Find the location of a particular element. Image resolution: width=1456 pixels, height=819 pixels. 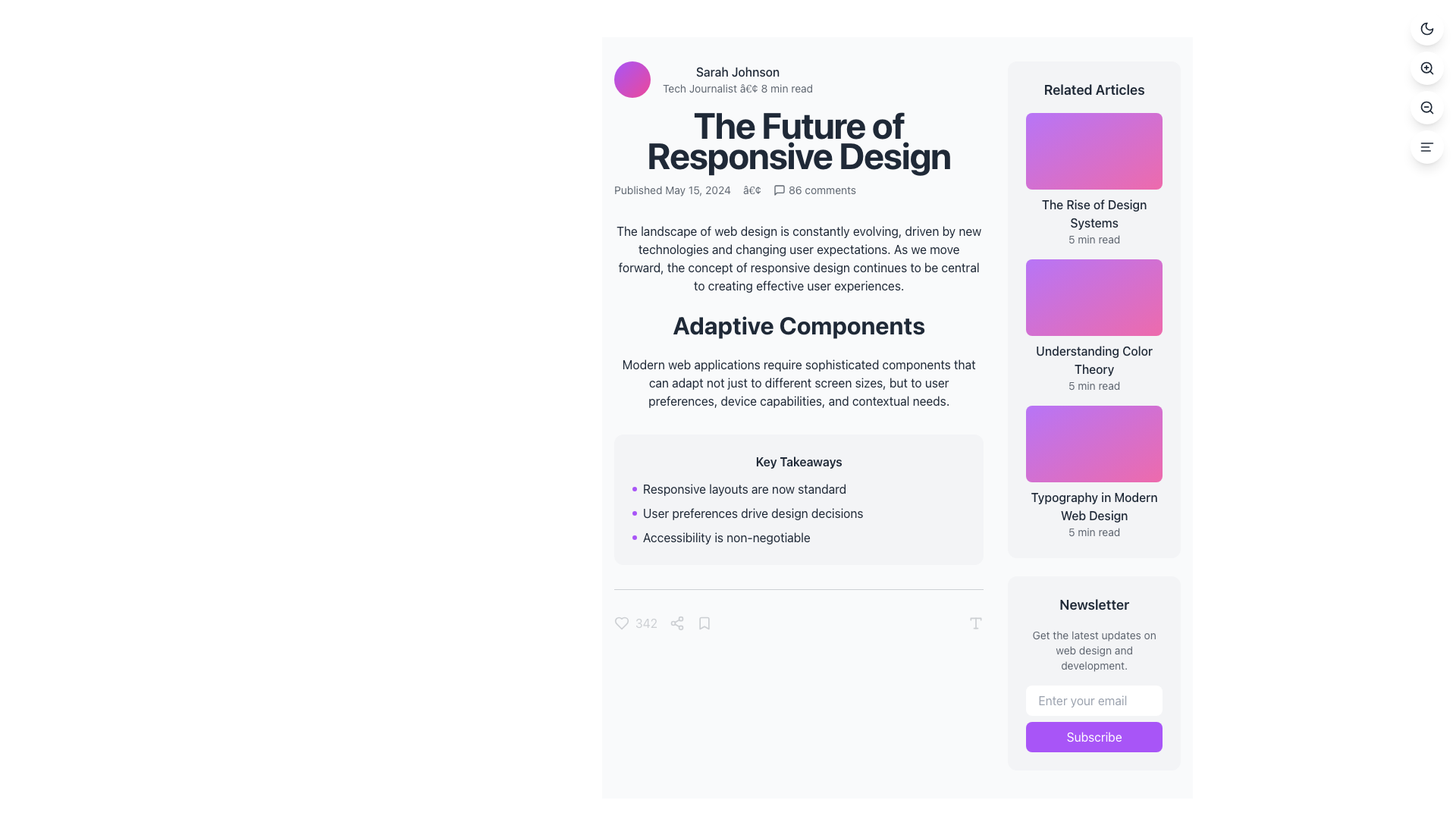

the text label displaying 'Sarah Johnson', which is styled in bold and positioned above additional details about the author's role and reading time is located at coordinates (738, 72).